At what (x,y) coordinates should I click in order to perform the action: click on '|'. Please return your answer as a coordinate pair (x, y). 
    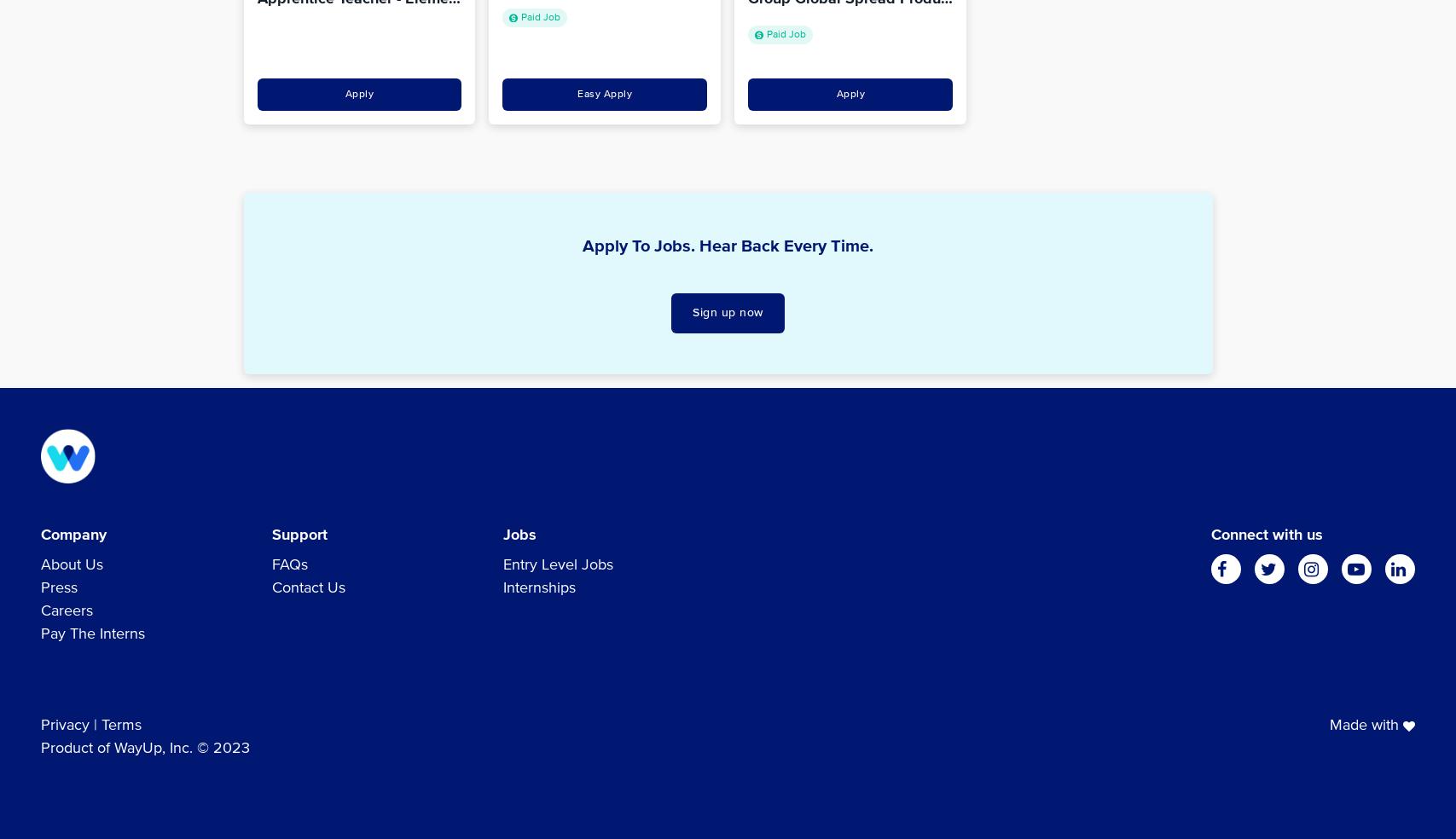
    Looking at the image, I should click on (95, 724).